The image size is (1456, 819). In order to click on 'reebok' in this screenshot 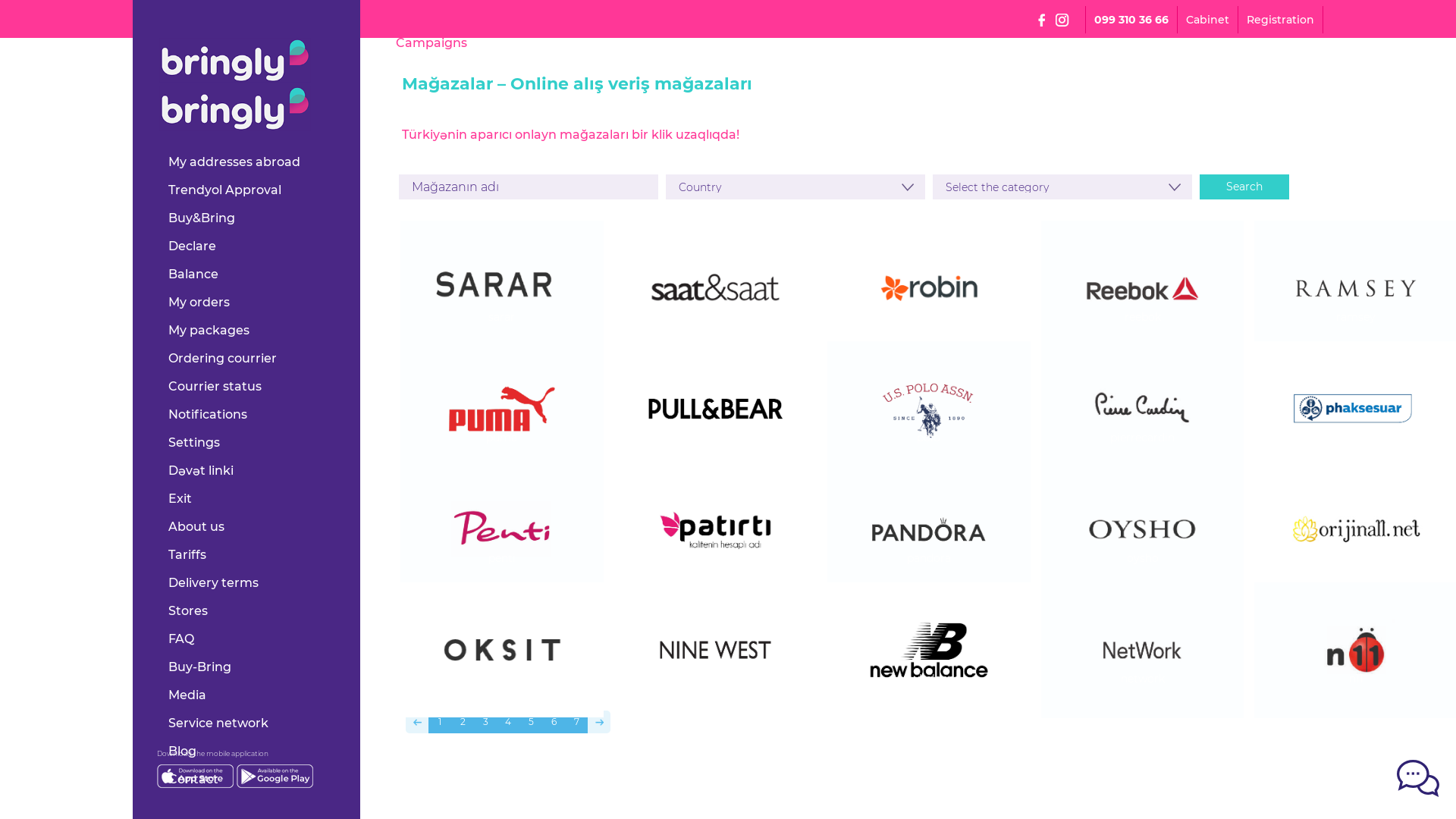, I will do `click(1143, 315)`.